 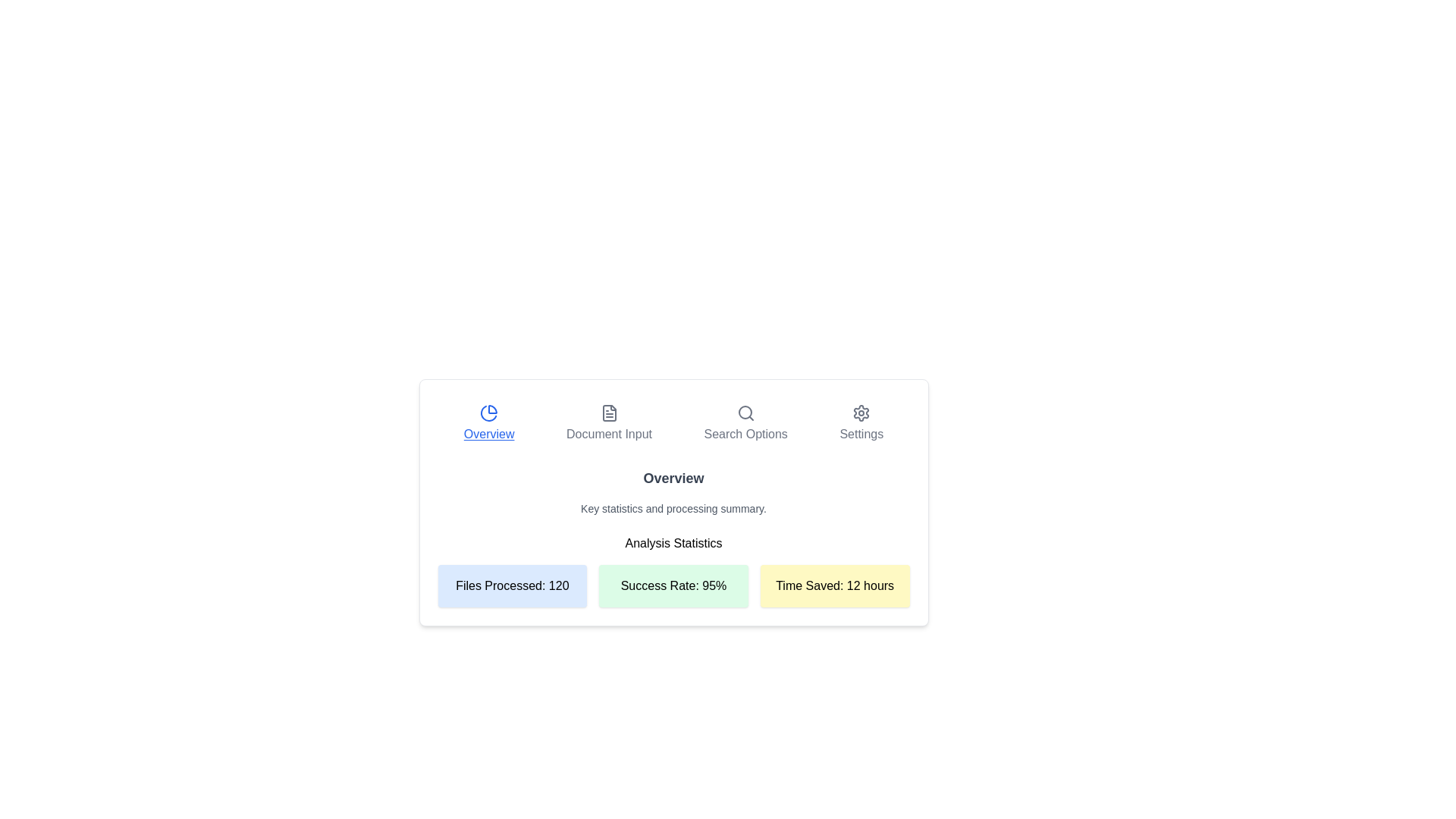 What do you see at coordinates (861, 435) in the screenshot?
I see `the 'Settings' text label, which is positioned under a gear icon in a horizontal menu at the top of a card-like interface` at bounding box center [861, 435].